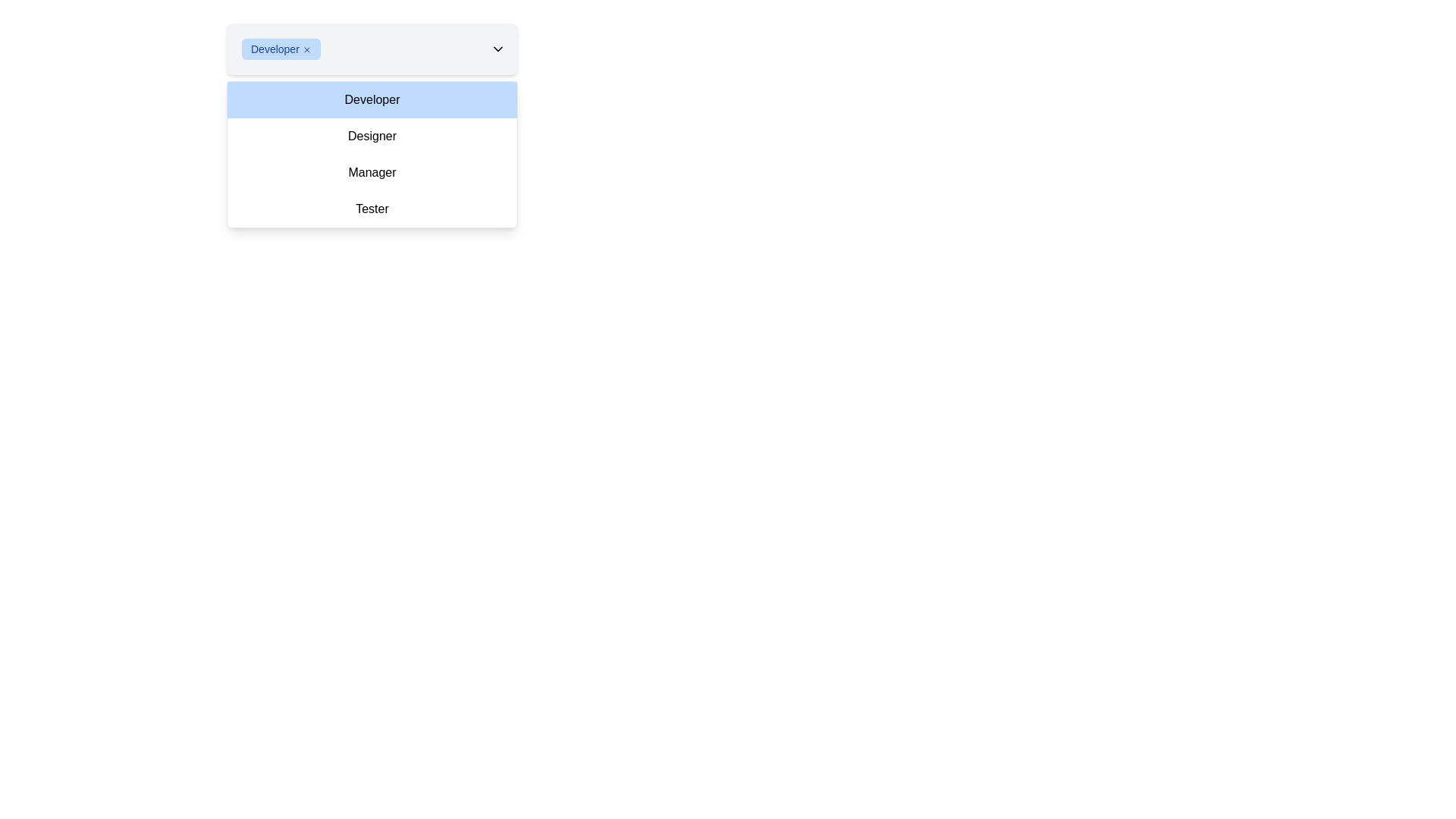 The height and width of the screenshot is (819, 1456). I want to click on the 'x' icon on the blue 'Developer' tag, so click(281, 49).